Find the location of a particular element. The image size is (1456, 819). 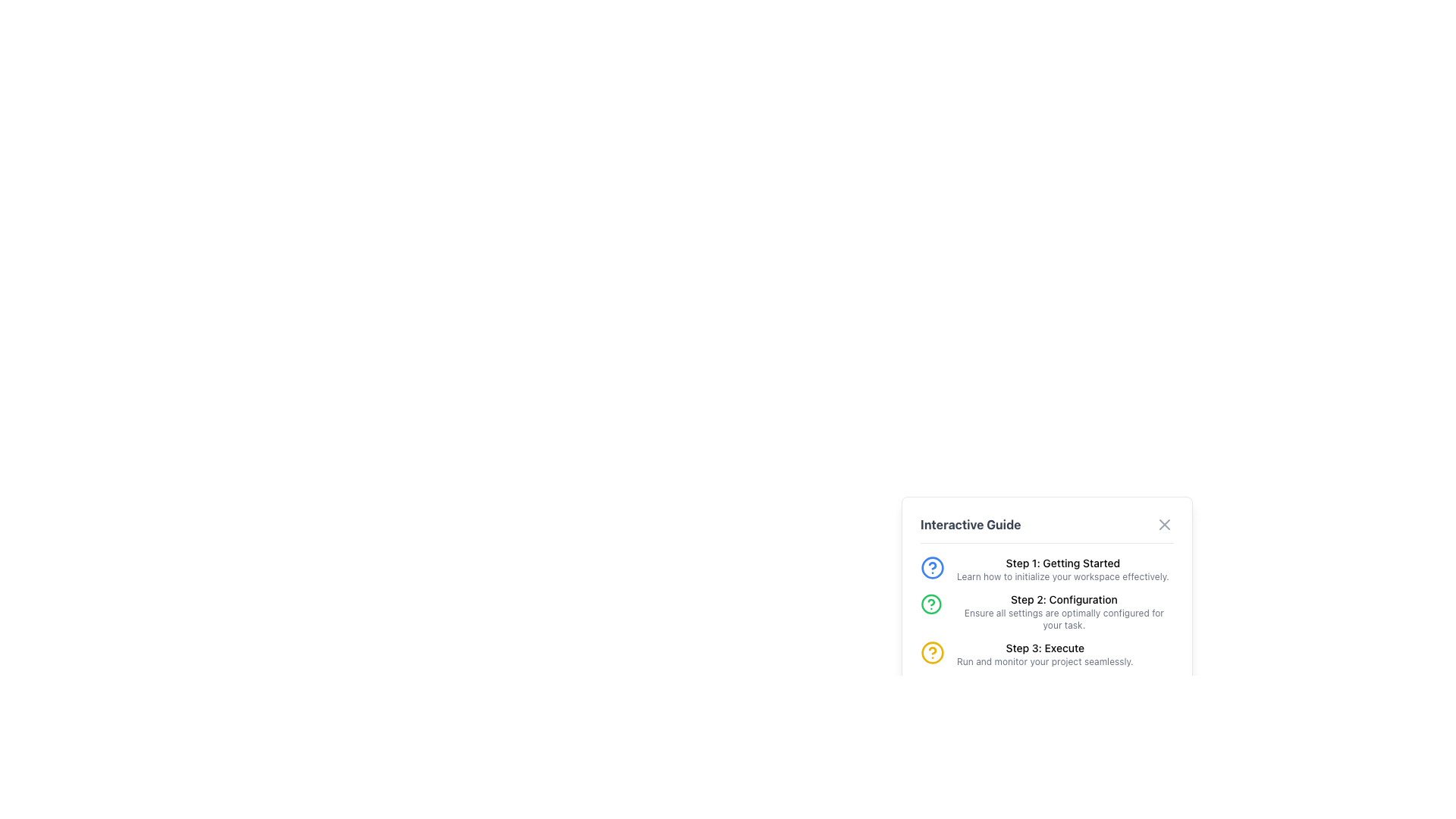

the instructional text block labeled 'Step 2: Configuration' in the 'Interactive Guide' section is located at coordinates (1063, 610).